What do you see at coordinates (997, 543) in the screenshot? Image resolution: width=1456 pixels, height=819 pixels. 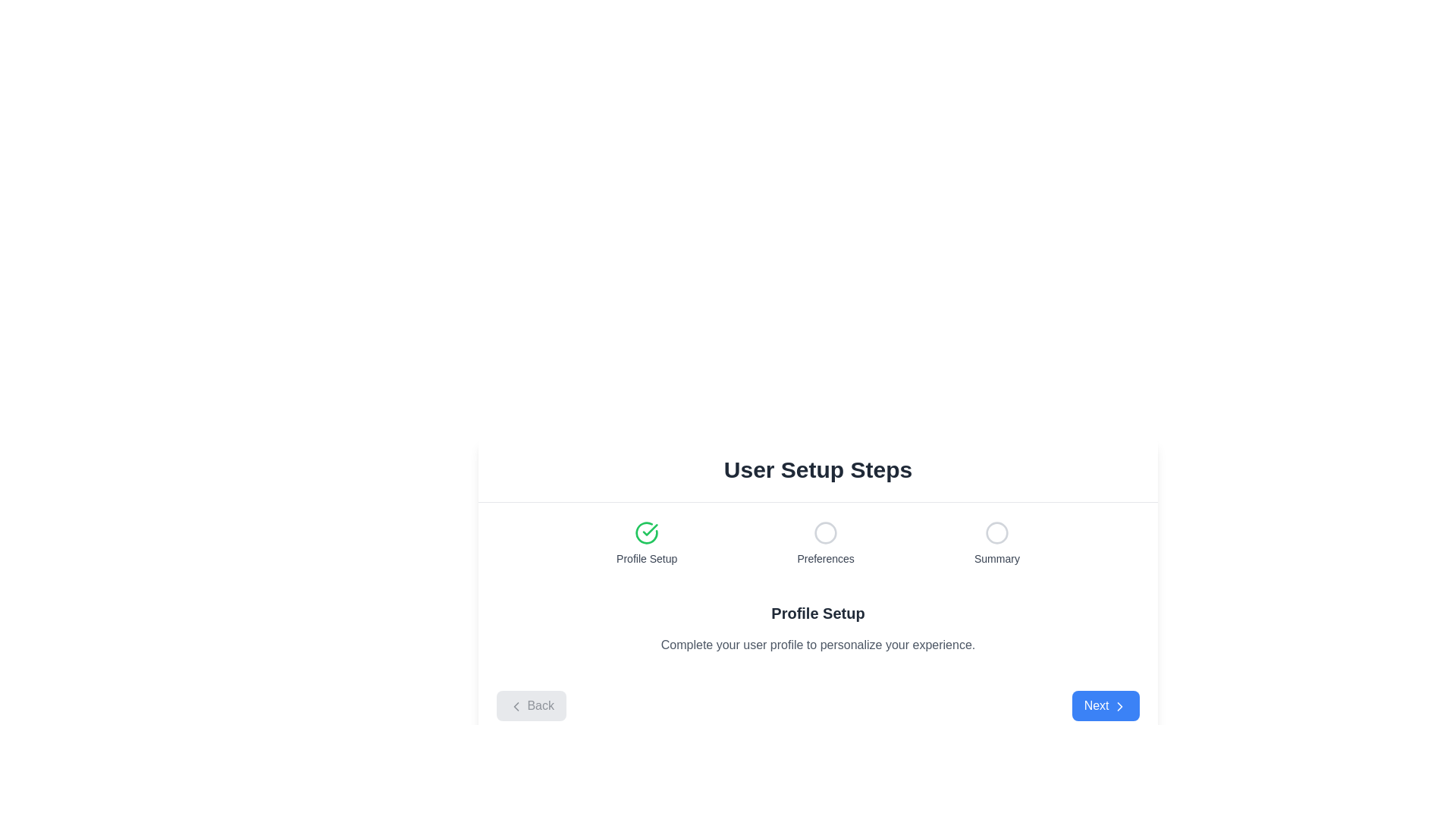 I see `the Step indicator with the gray outlined circular icon above the text label 'Summary', which is the third component in a horizontal row of three, located below 'User Setup Steps'` at bounding box center [997, 543].